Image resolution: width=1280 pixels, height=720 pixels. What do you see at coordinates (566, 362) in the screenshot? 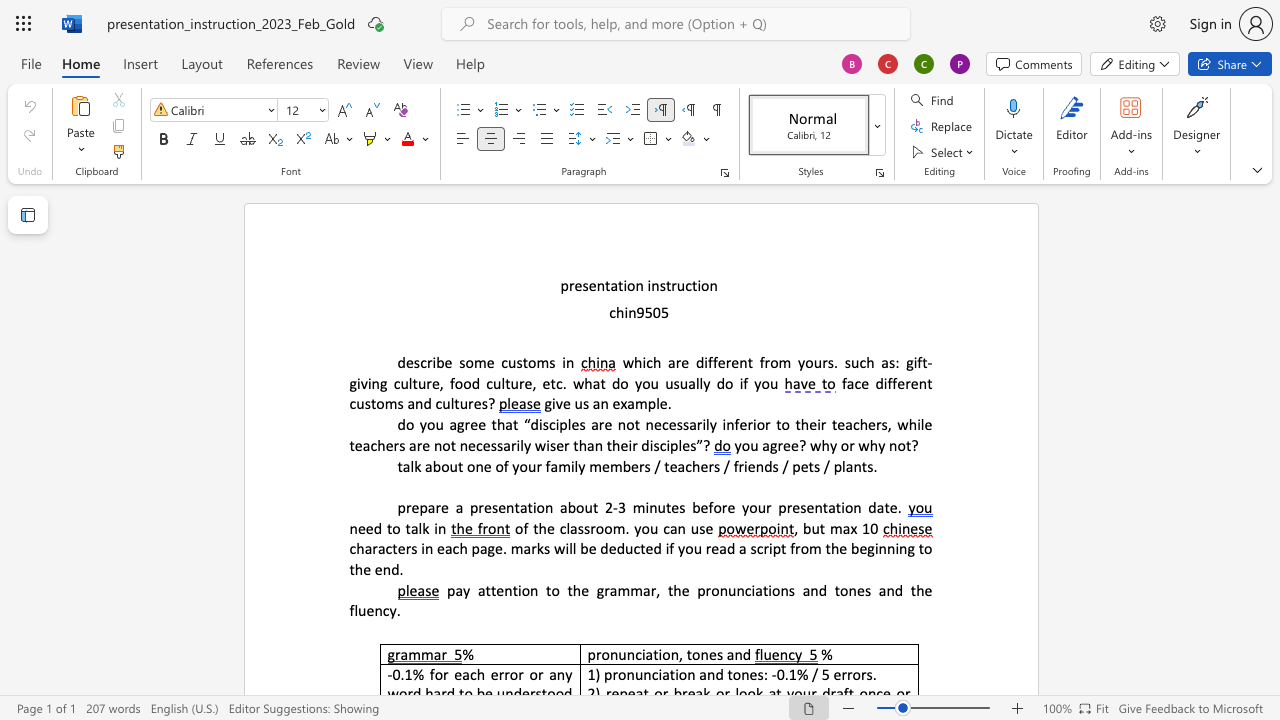
I see `the space between the continuous character "i" and "n" in the text` at bounding box center [566, 362].